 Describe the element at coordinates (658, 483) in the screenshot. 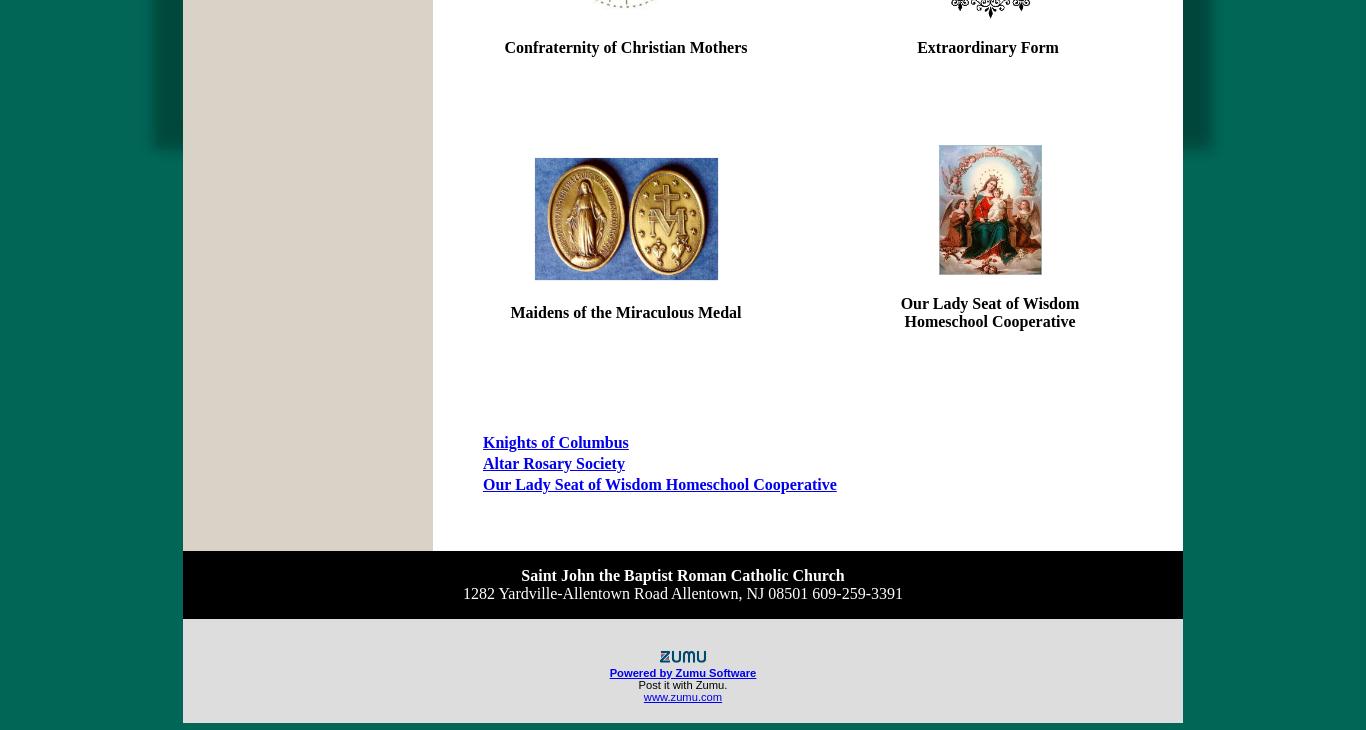

I see `'Our Lady Seat of Wisdom Homeschool Cooperative'` at that location.